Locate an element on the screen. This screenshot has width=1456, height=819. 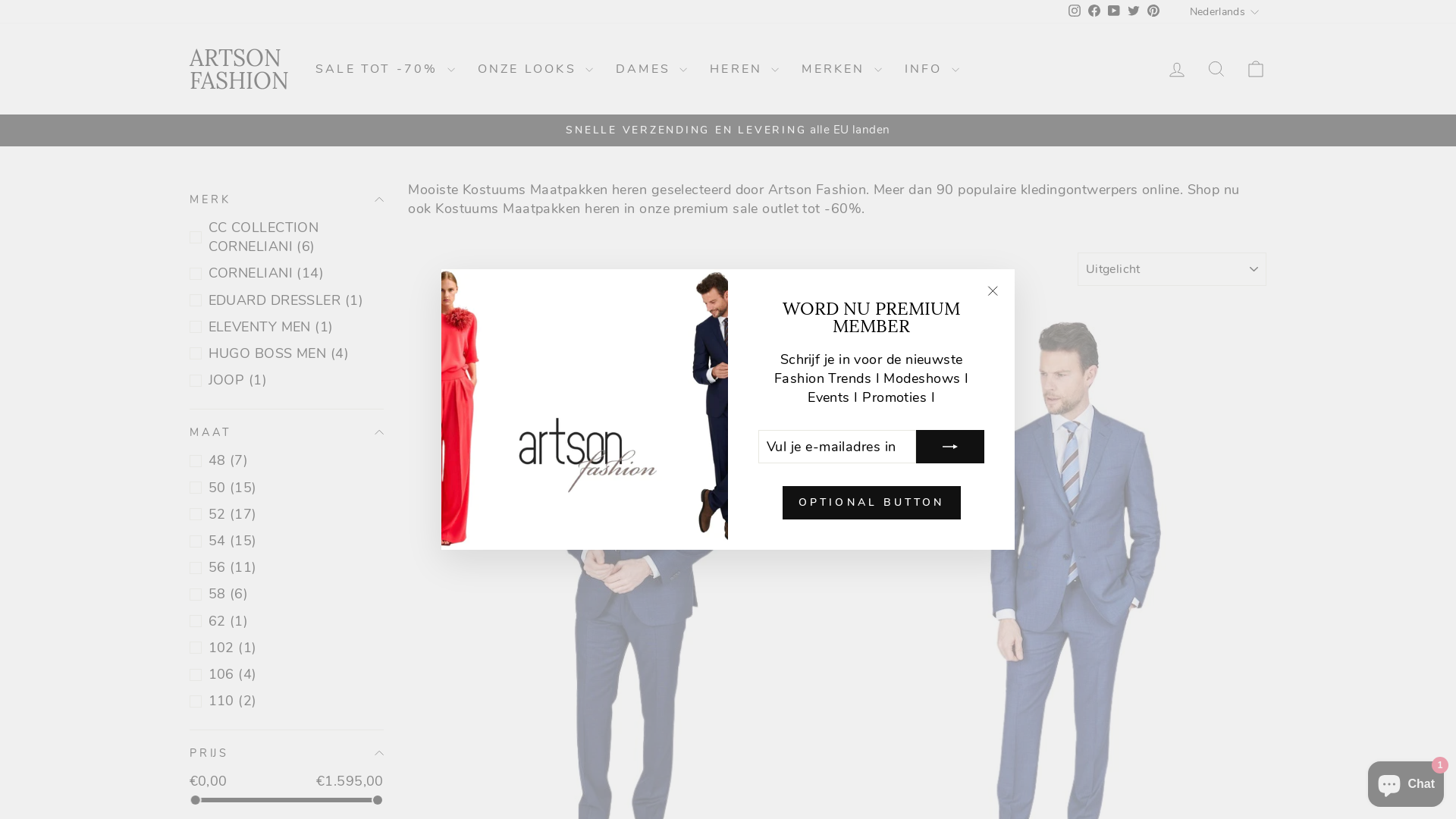
'Pinterest' is located at coordinates (1143, 11).